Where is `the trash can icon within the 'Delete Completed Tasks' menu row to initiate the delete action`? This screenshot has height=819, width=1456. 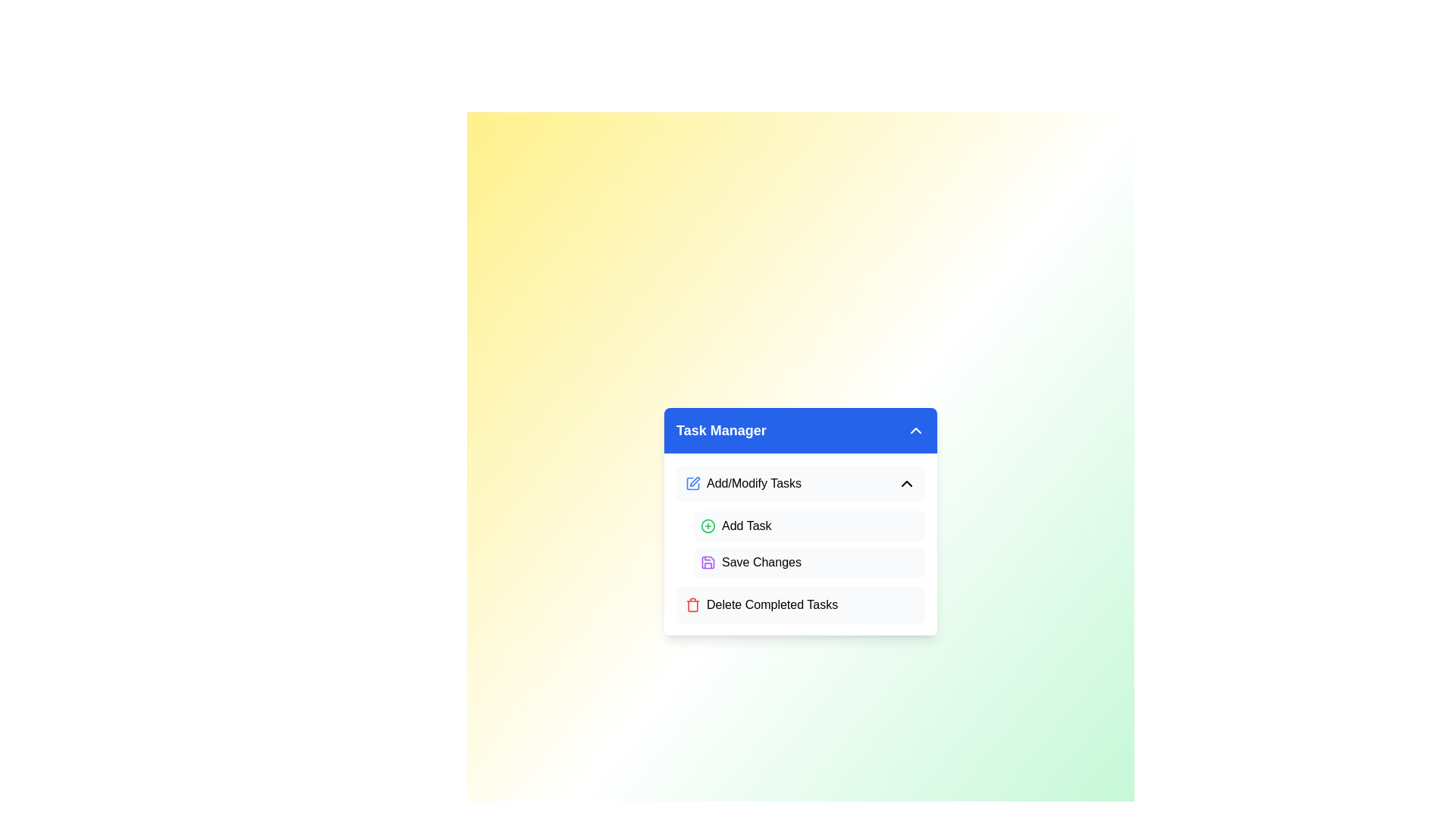 the trash can icon within the 'Delete Completed Tasks' menu row to initiate the delete action is located at coordinates (692, 604).